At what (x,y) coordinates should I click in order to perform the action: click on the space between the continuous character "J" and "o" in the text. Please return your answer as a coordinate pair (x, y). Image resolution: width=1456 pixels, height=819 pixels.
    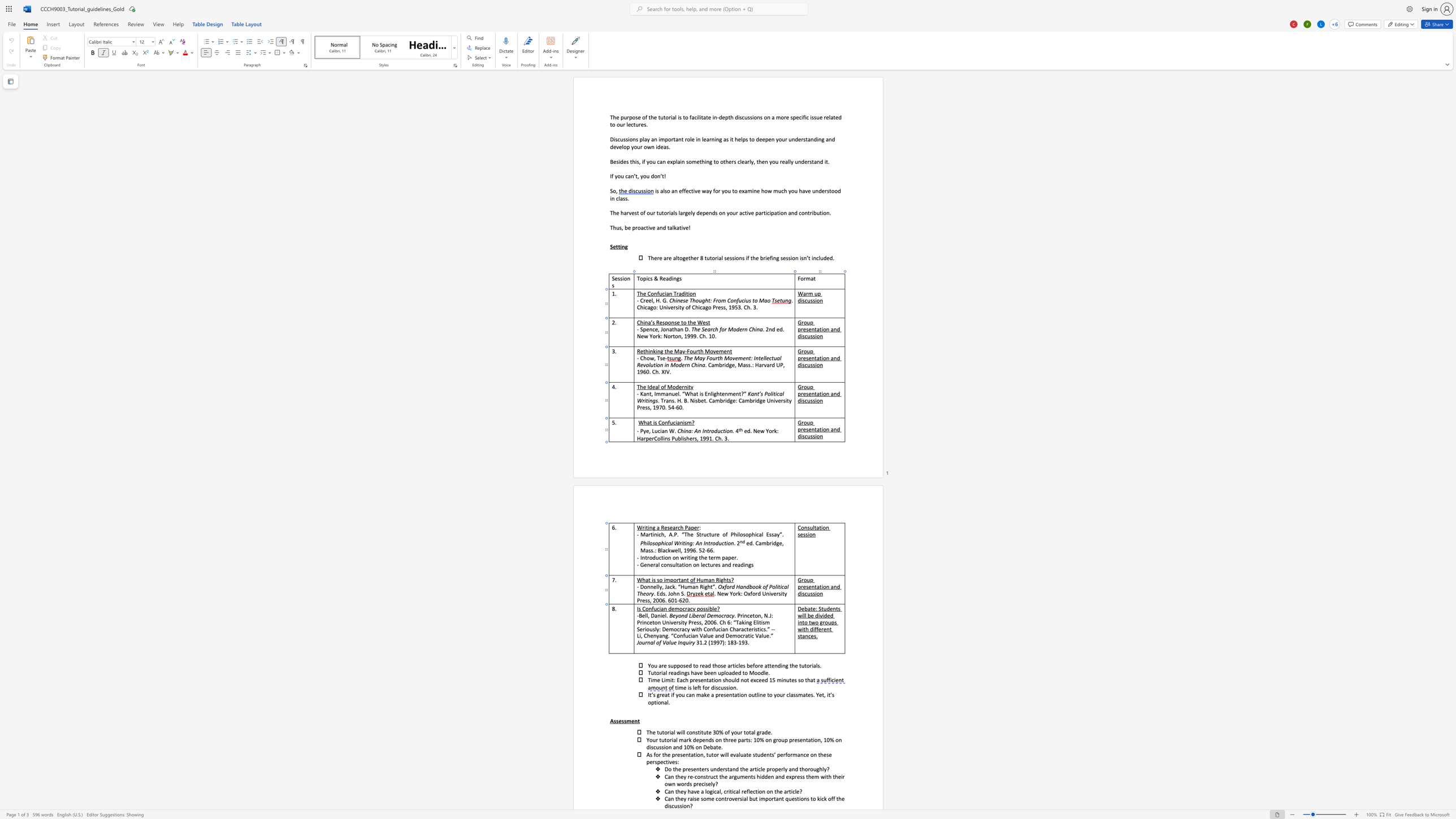
    Looking at the image, I should click on (670, 593).